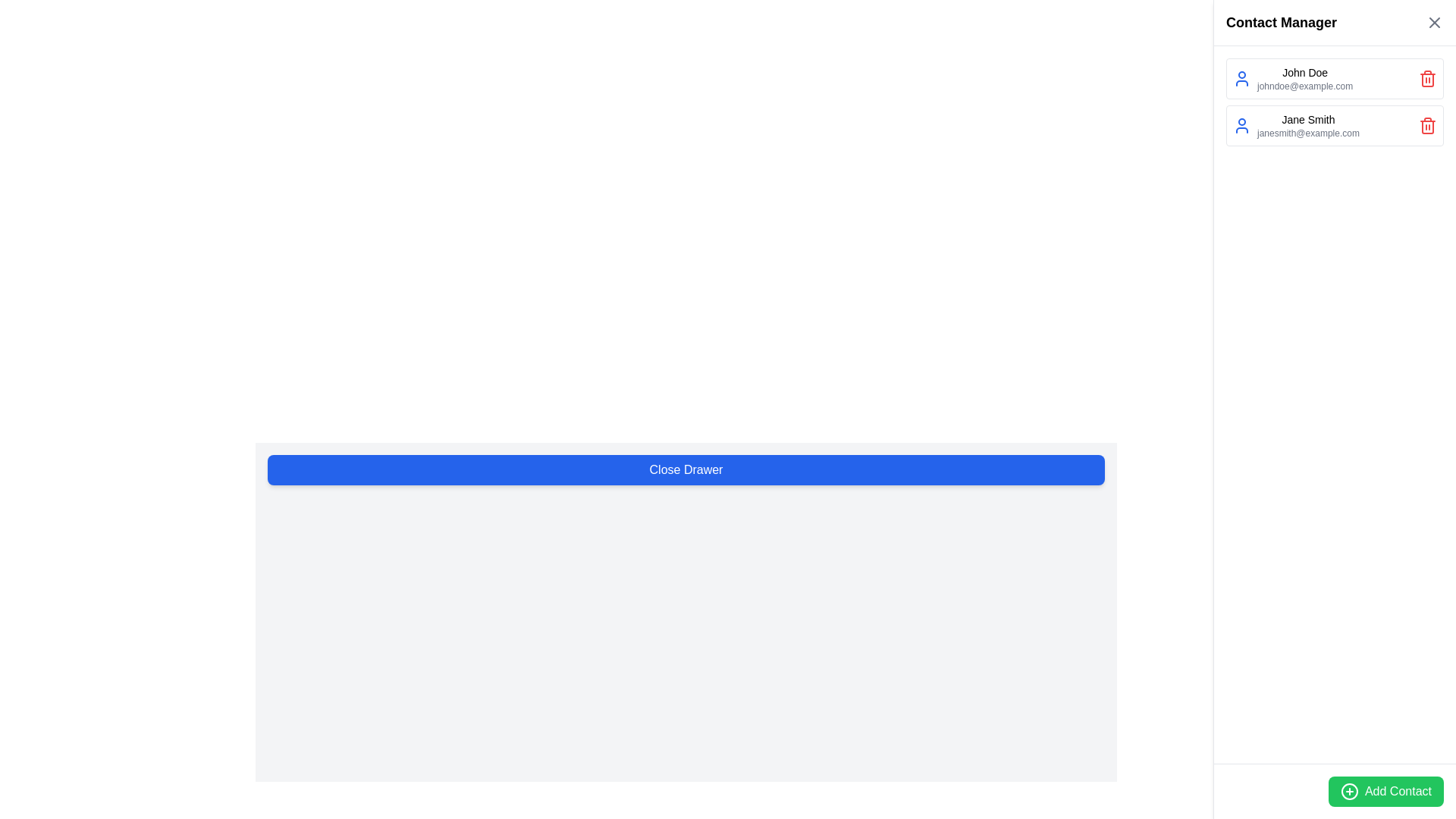  What do you see at coordinates (1304, 79) in the screenshot?
I see `to select or highlight the contact entry for 'John Doe' in the 'Contact Manager' sidebar` at bounding box center [1304, 79].